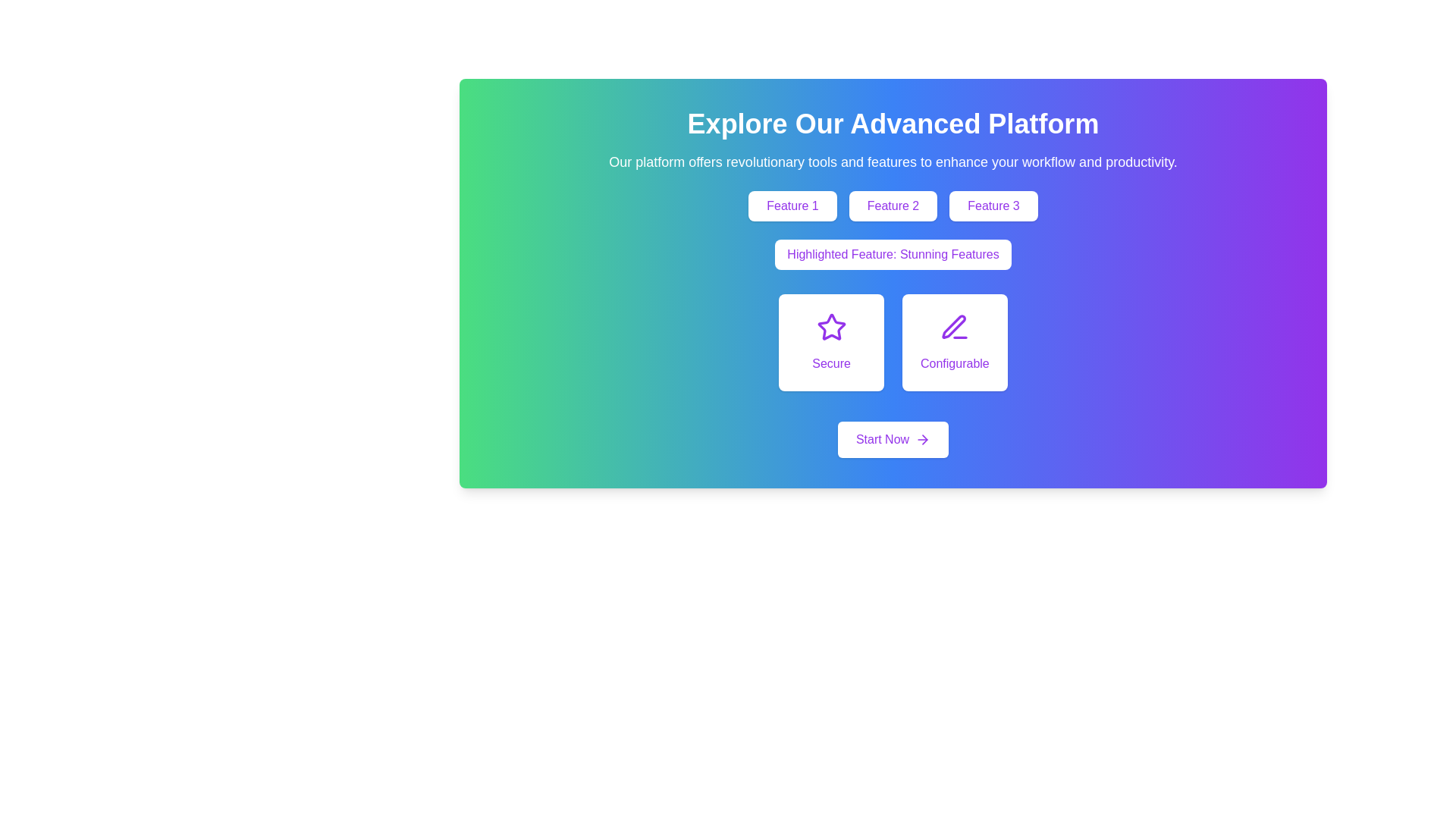 The width and height of the screenshot is (1456, 819). Describe the element at coordinates (993, 206) in the screenshot. I see `the interactive button labeled 'Feature 3' to observe its hover effect` at that location.